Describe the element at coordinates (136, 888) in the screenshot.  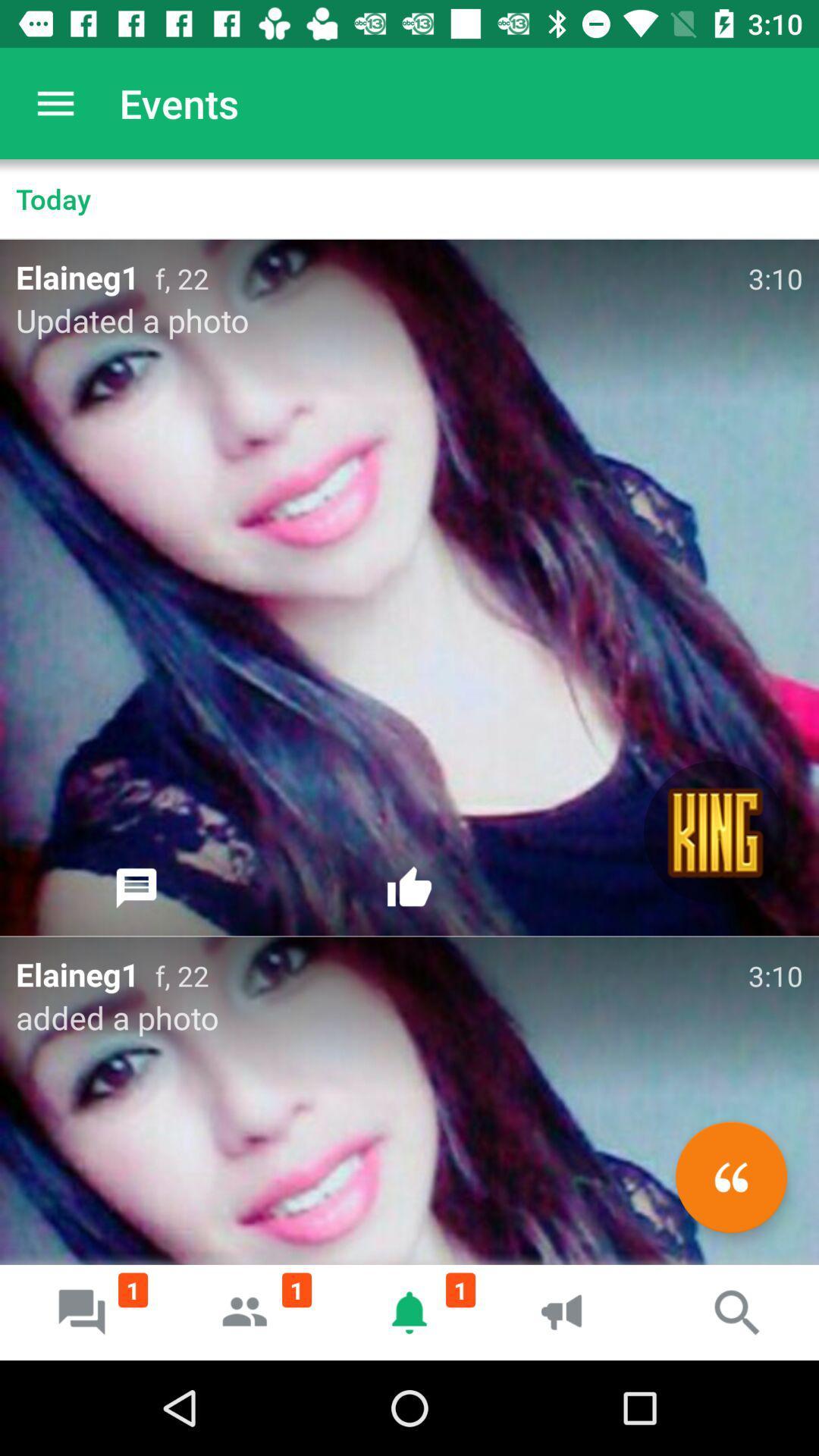
I see `the item on the left` at that location.